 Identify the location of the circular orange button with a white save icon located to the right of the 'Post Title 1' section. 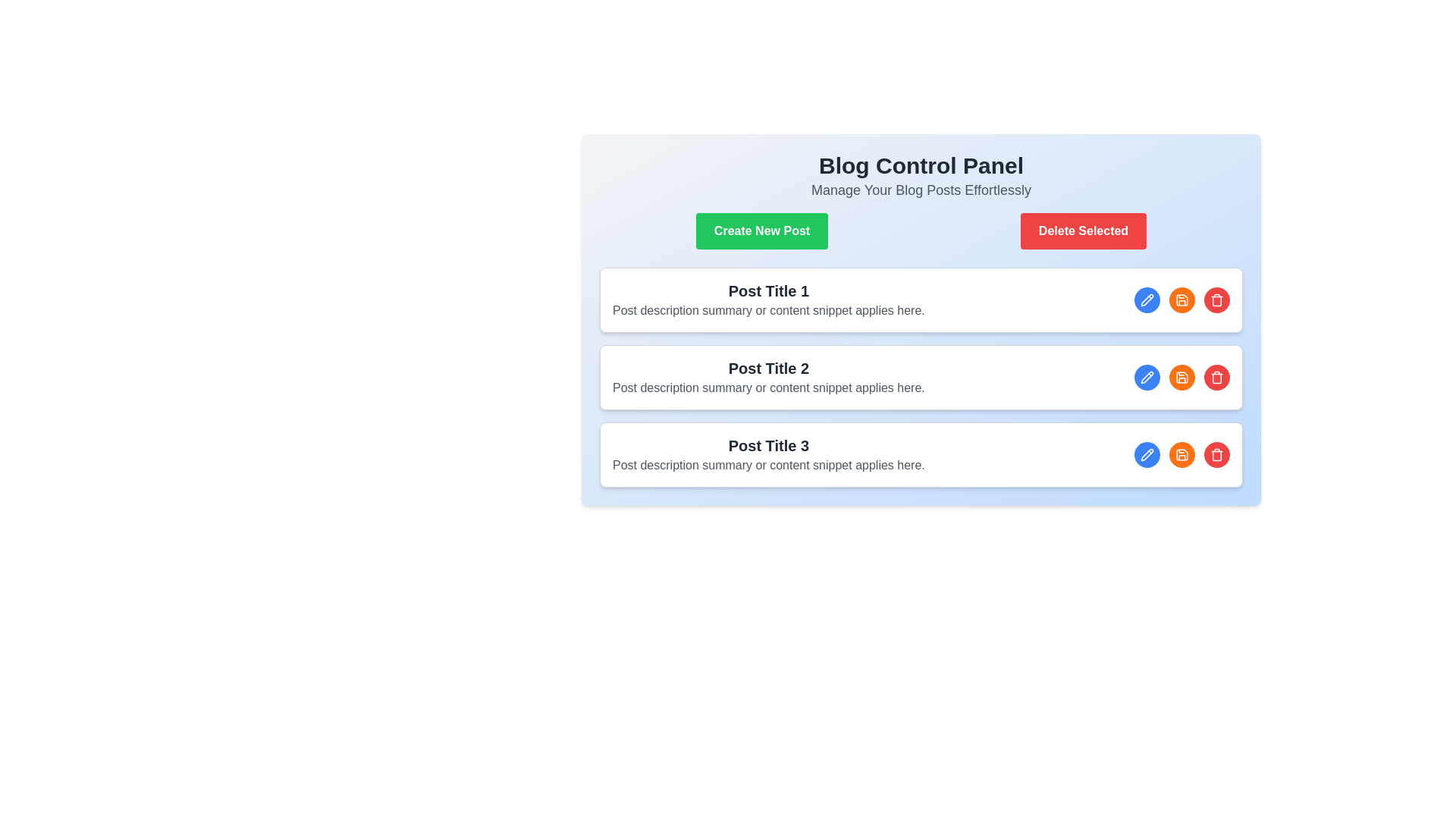
(1181, 300).